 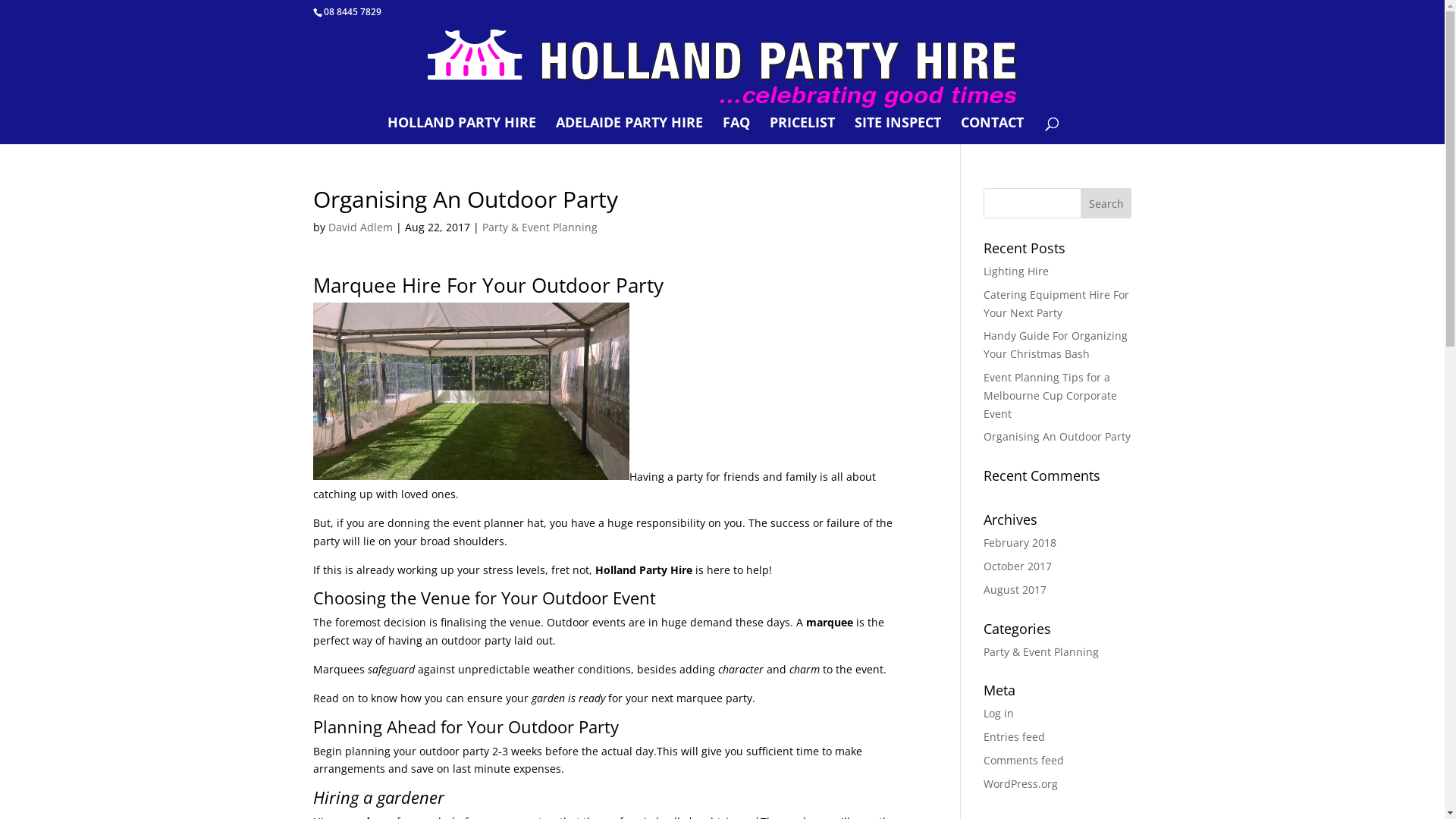 What do you see at coordinates (1015, 270) in the screenshot?
I see `'Lighting Hire'` at bounding box center [1015, 270].